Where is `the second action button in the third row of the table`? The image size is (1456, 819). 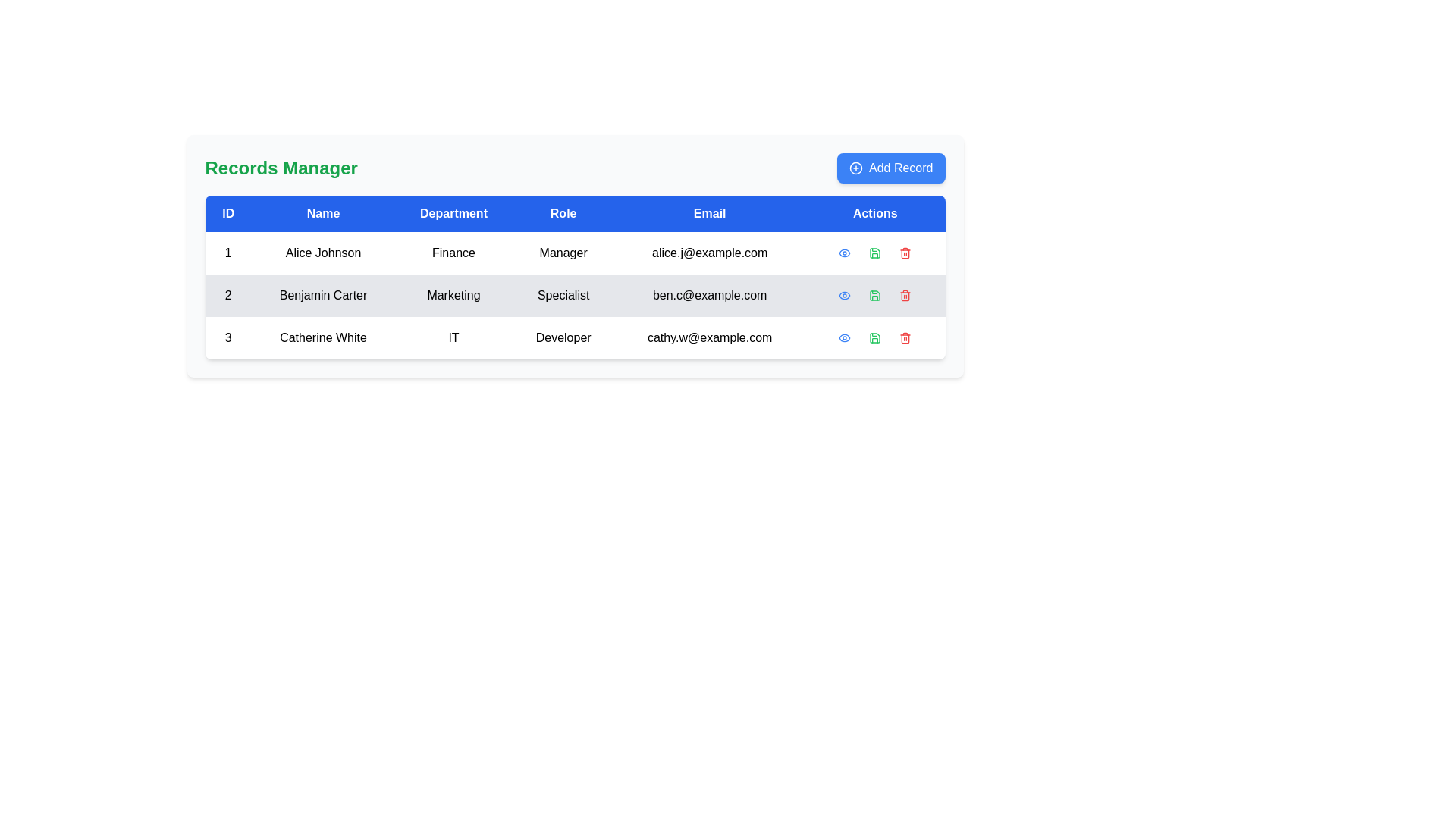 the second action button in the third row of the table is located at coordinates (874, 337).